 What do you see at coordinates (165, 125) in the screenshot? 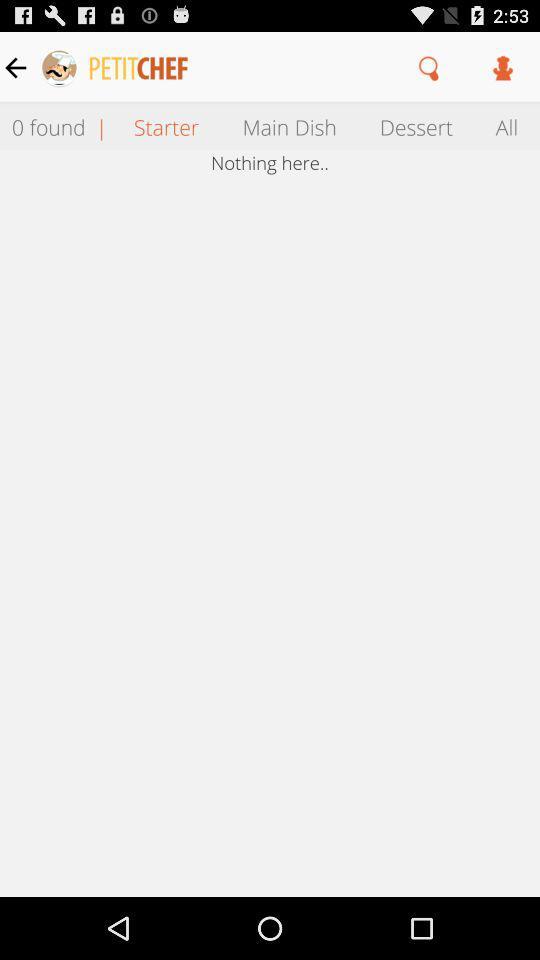
I see `the icon next to | item` at bounding box center [165, 125].